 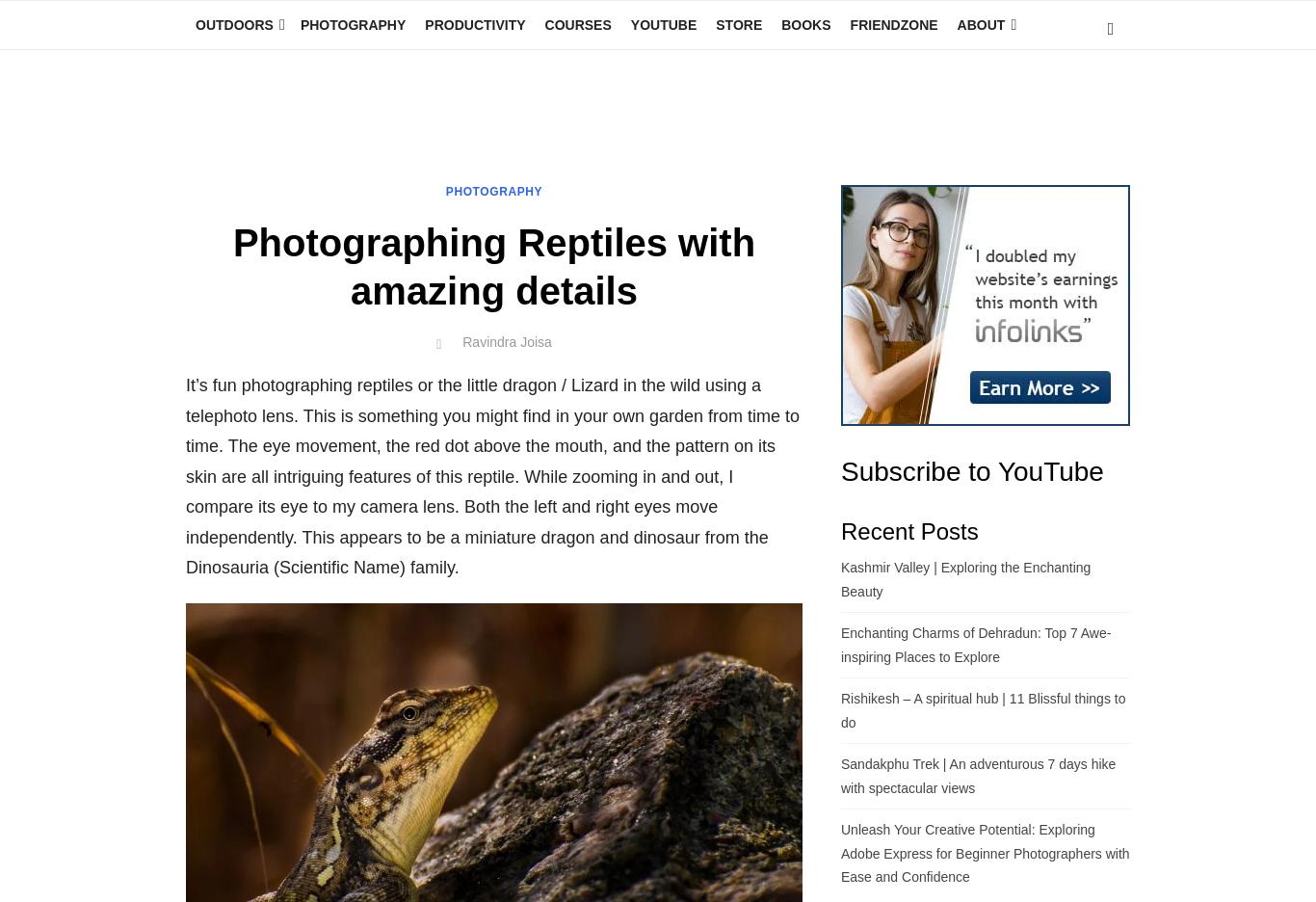 What do you see at coordinates (9, 126) in the screenshot?
I see `'Ravindra Joisa'` at bounding box center [9, 126].